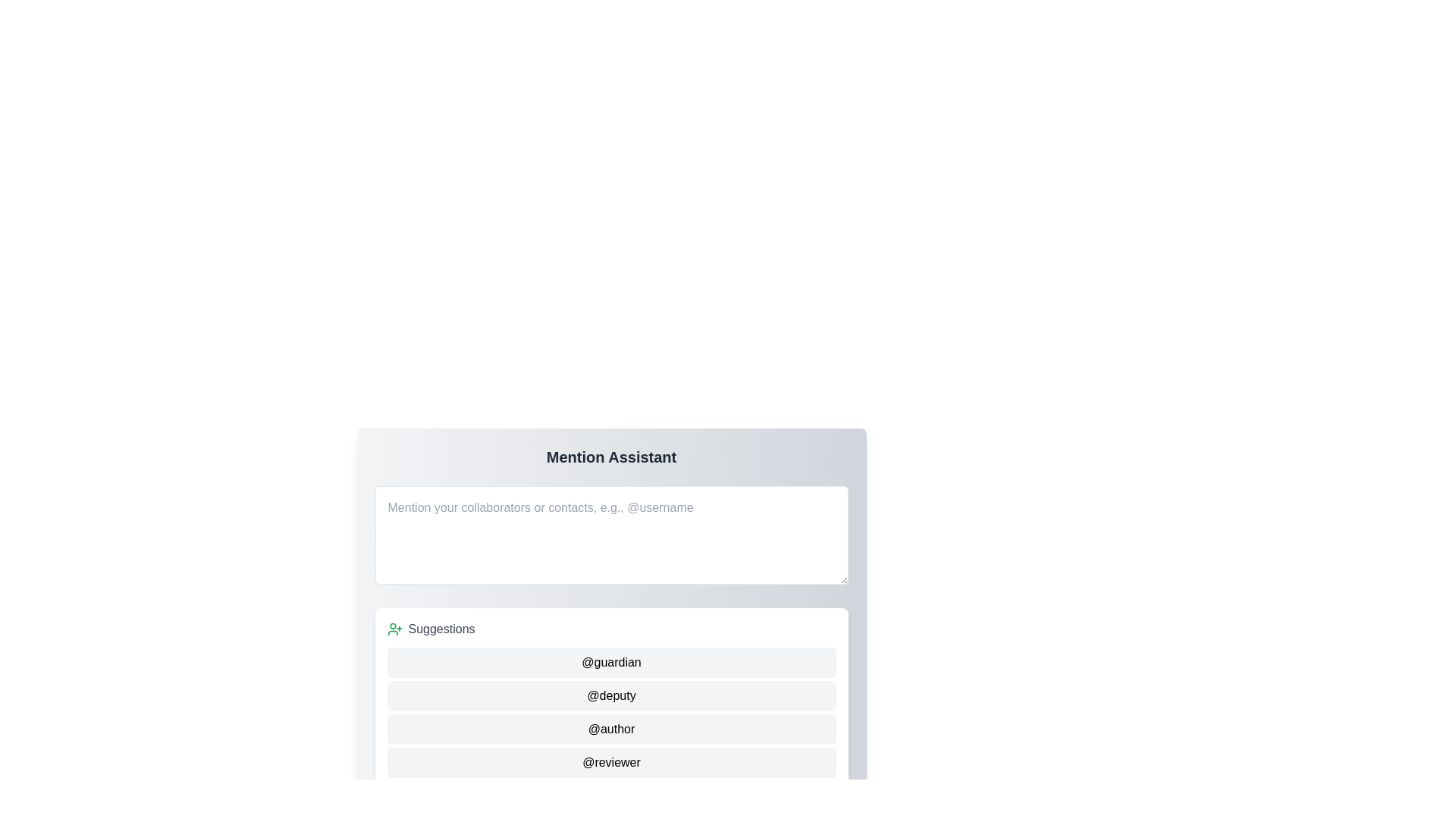  I want to click on to select the '@author' item from the Suggestions section of the Mention Assistant interface, which is the third item in a vertical list, so click(611, 728).